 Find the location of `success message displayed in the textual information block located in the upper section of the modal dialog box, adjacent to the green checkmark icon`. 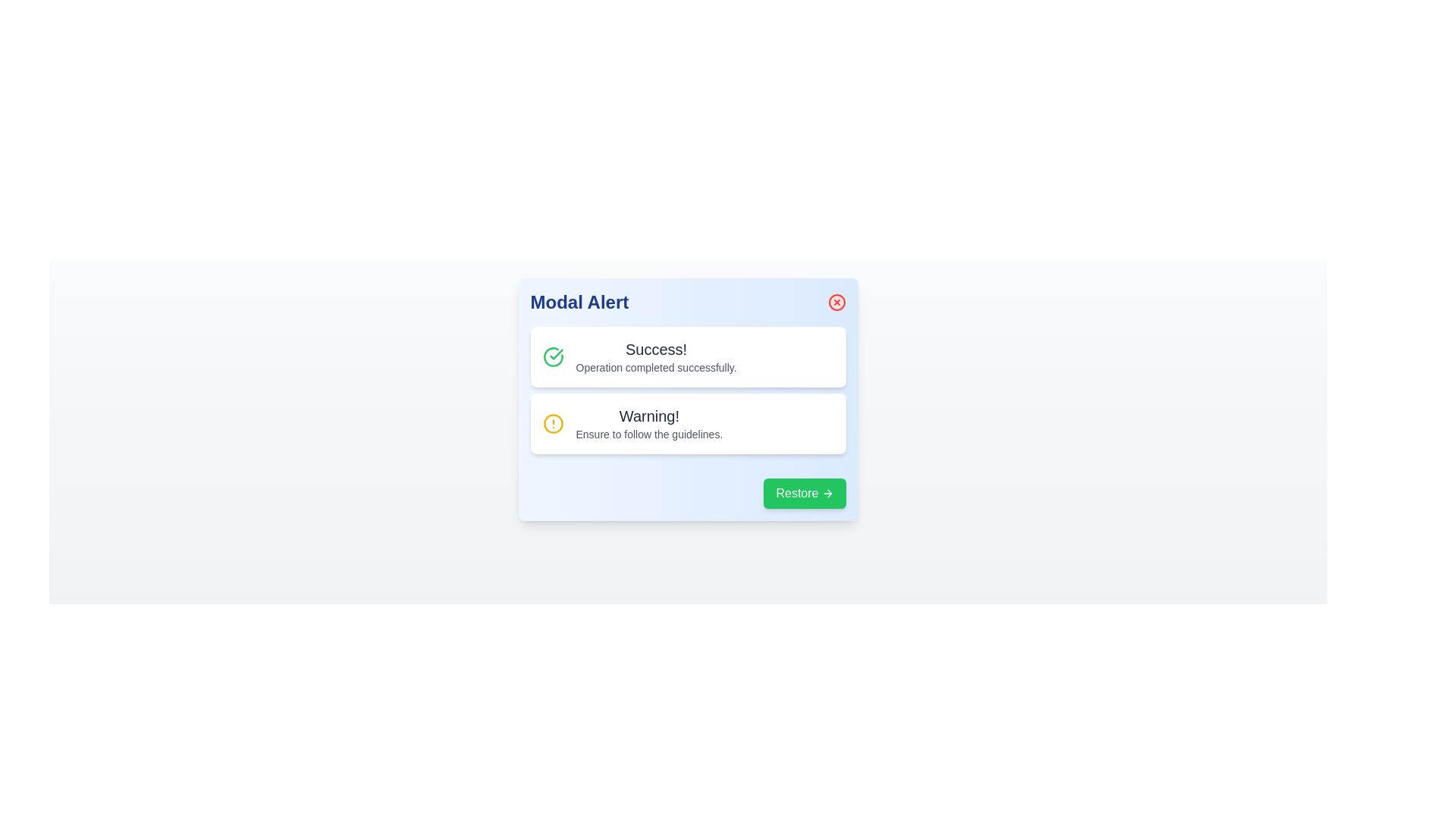

success message displayed in the textual information block located in the upper section of the modal dialog box, adjacent to the green checkmark icon is located at coordinates (656, 356).